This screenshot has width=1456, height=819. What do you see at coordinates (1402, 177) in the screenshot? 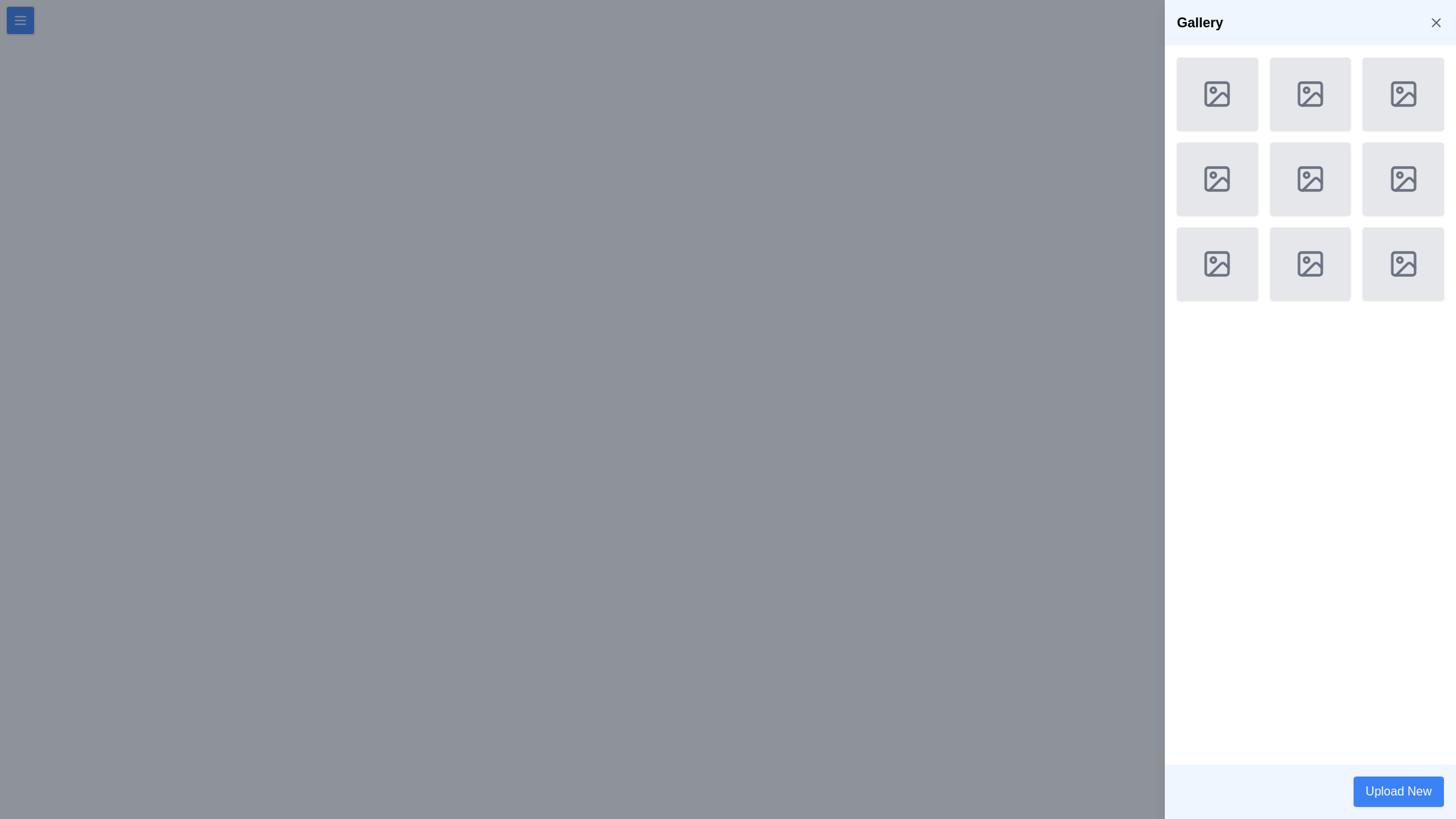
I see `the icon representing an image, which has a square outline with rounded corners and is located in the third row, third column of the gallery grid` at bounding box center [1402, 177].